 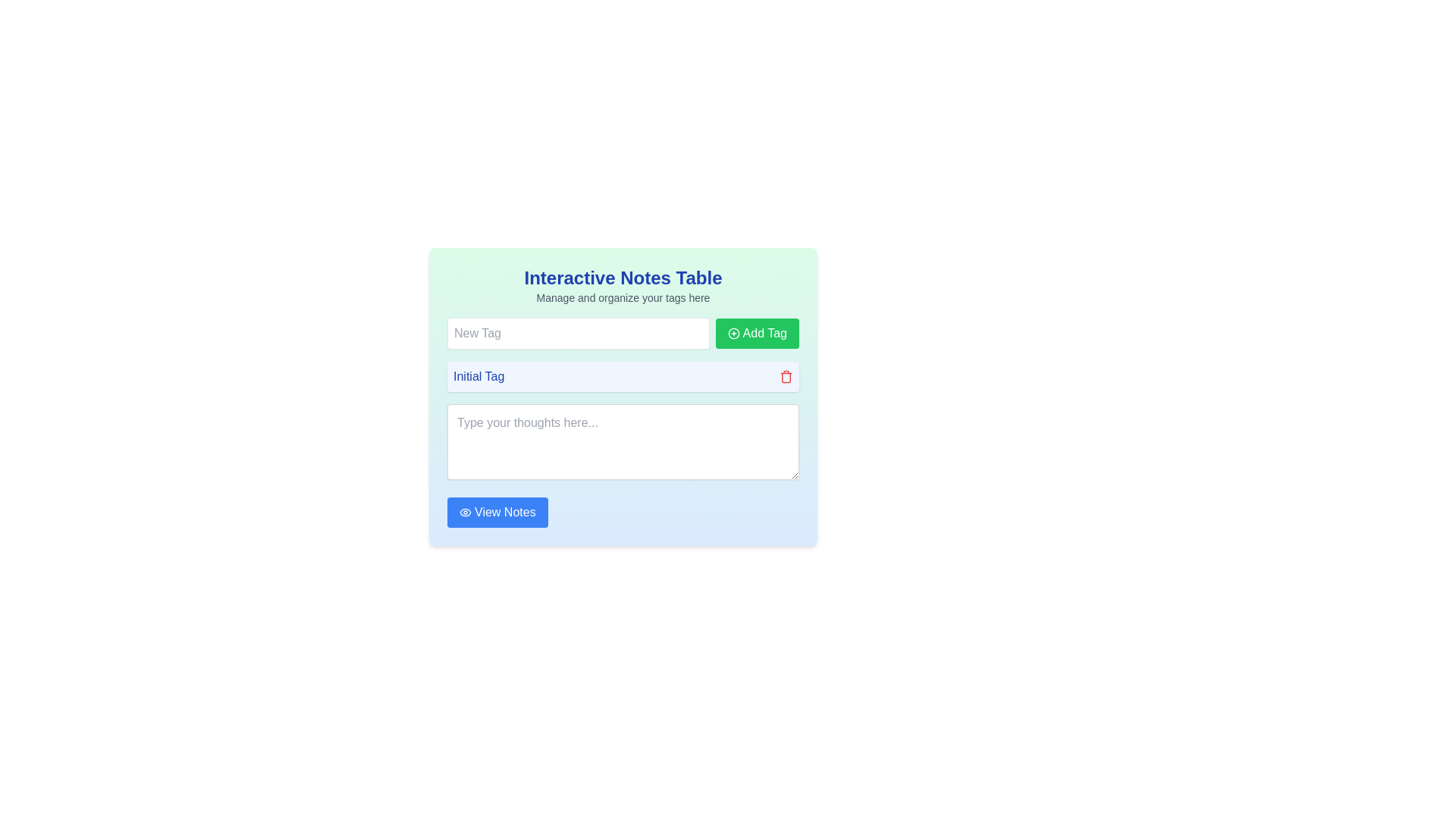 I want to click on the button positioned to the right of the 'New Tag' text input field, so click(x=757, y=332).